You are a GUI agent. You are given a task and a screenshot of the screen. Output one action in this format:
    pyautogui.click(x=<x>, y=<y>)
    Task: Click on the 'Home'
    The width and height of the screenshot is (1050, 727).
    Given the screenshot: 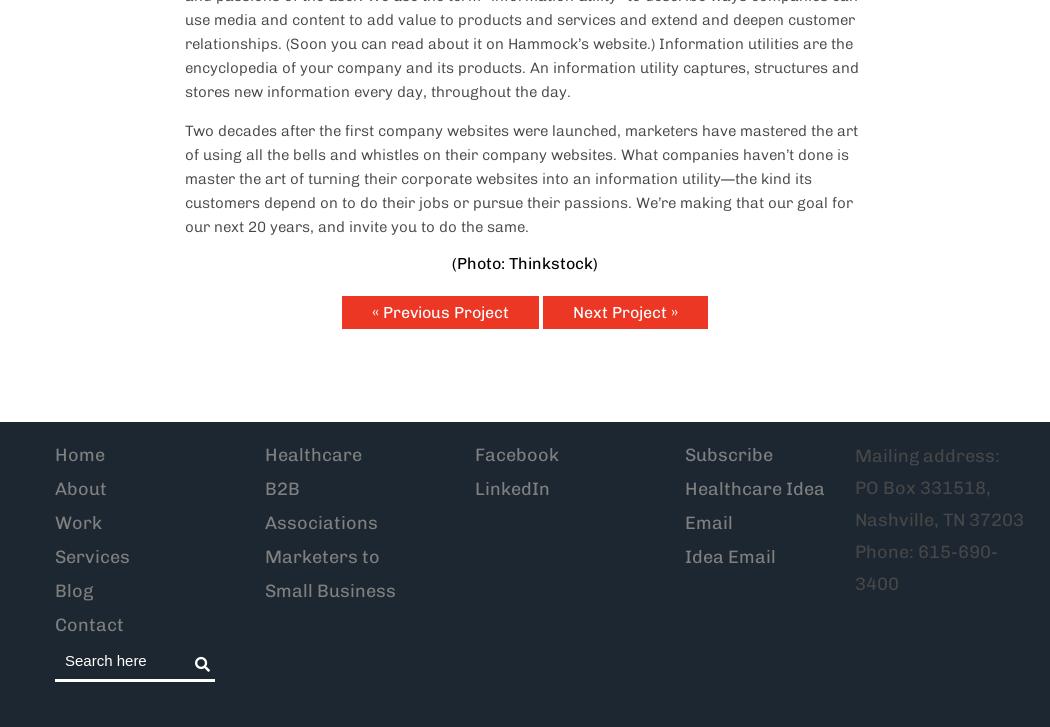 What is the action you would take?
    pyautogui.click(x=80, y=454)
    